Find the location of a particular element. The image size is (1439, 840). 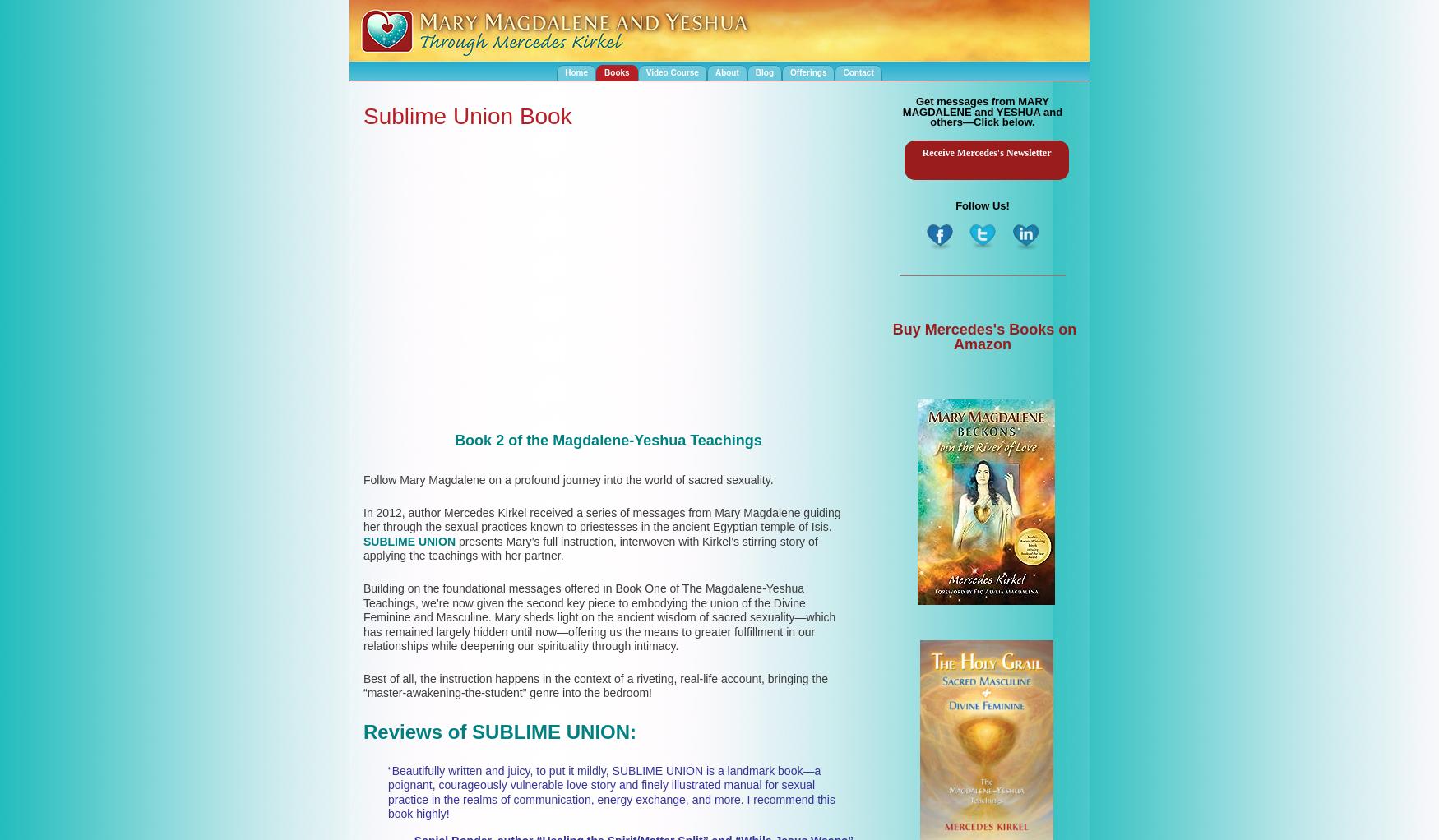

'Meditations' is located at coordinates (745, 105).